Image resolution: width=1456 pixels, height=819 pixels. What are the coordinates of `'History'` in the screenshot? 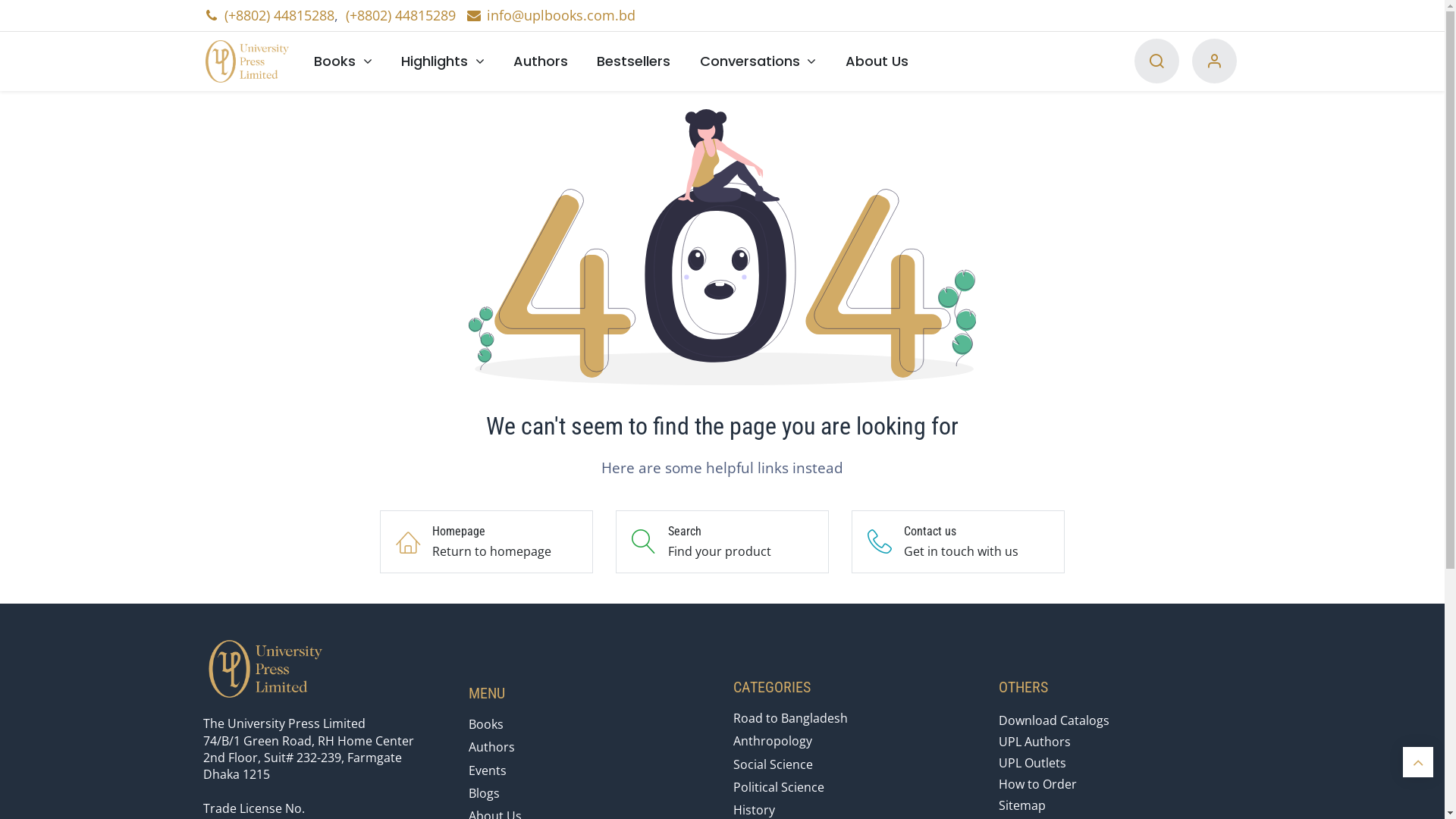 It's located at (754, 809).